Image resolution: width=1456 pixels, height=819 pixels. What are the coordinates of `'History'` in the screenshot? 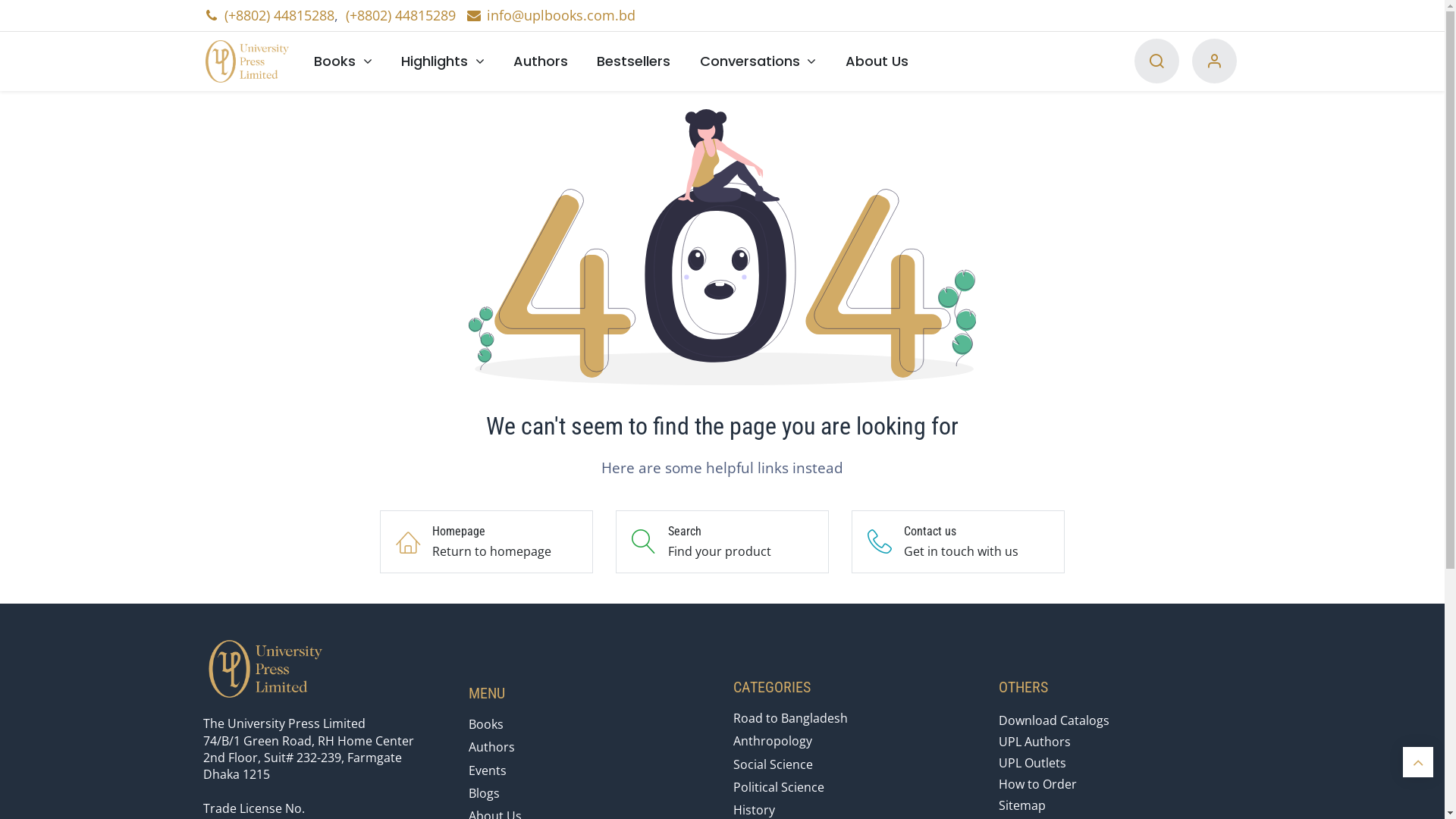 It's located at (754, 809).